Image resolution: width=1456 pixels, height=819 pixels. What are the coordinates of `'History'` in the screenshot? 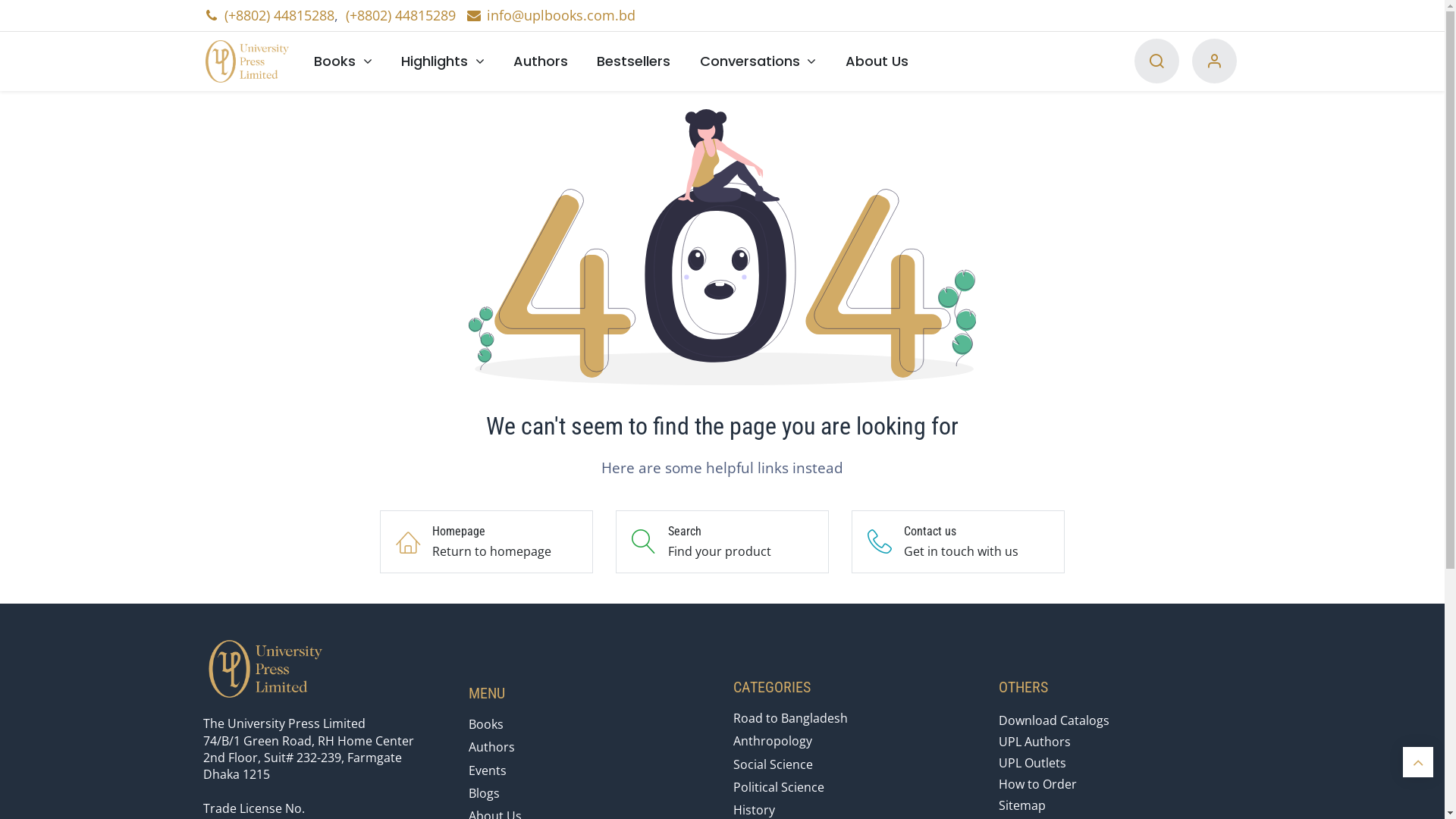 It's located at (754, 809).